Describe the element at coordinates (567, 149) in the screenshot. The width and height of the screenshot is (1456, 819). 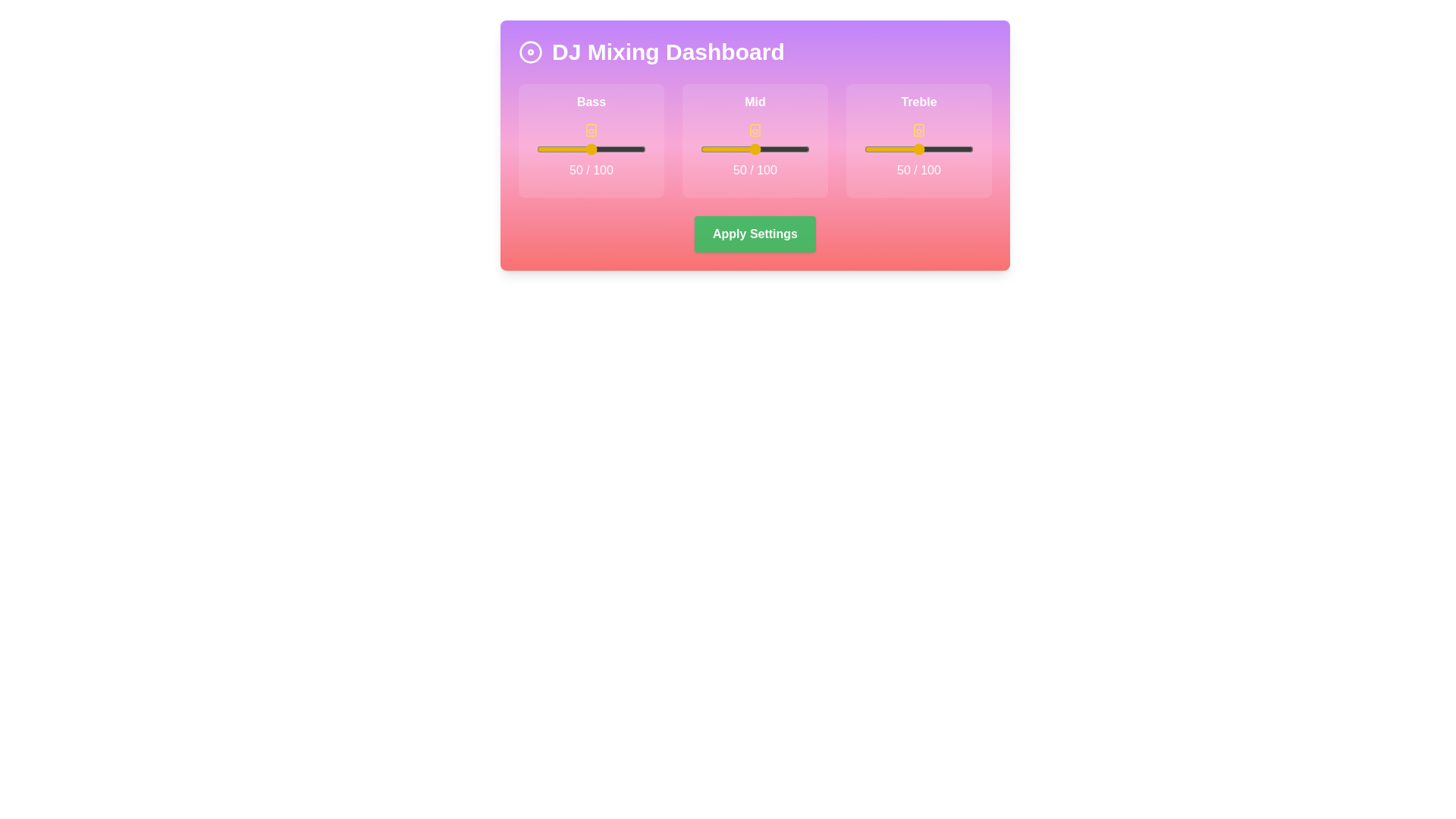
I see `the bass slider to set its value to 29` at that location.